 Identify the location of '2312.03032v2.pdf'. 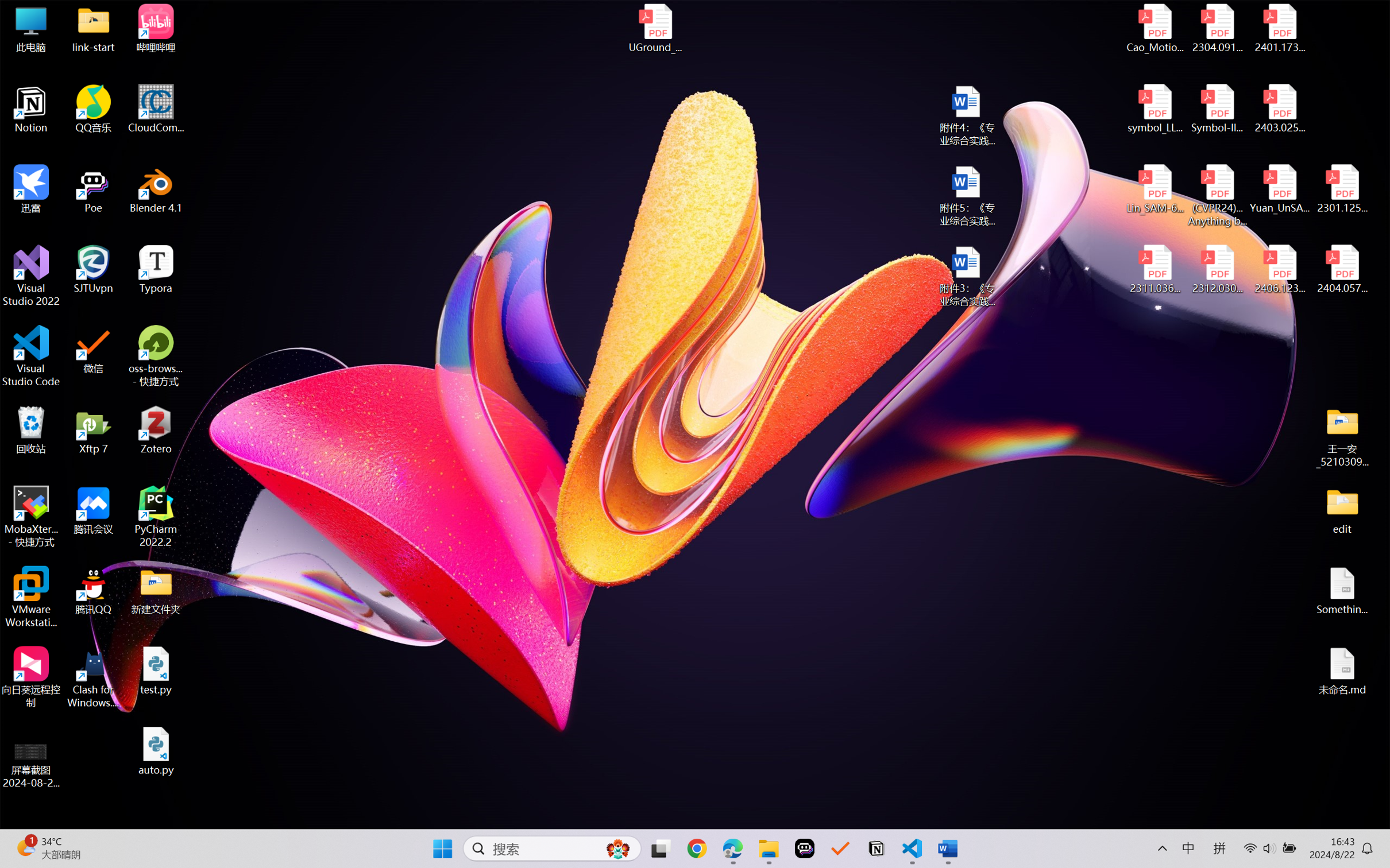
(1217, 269).